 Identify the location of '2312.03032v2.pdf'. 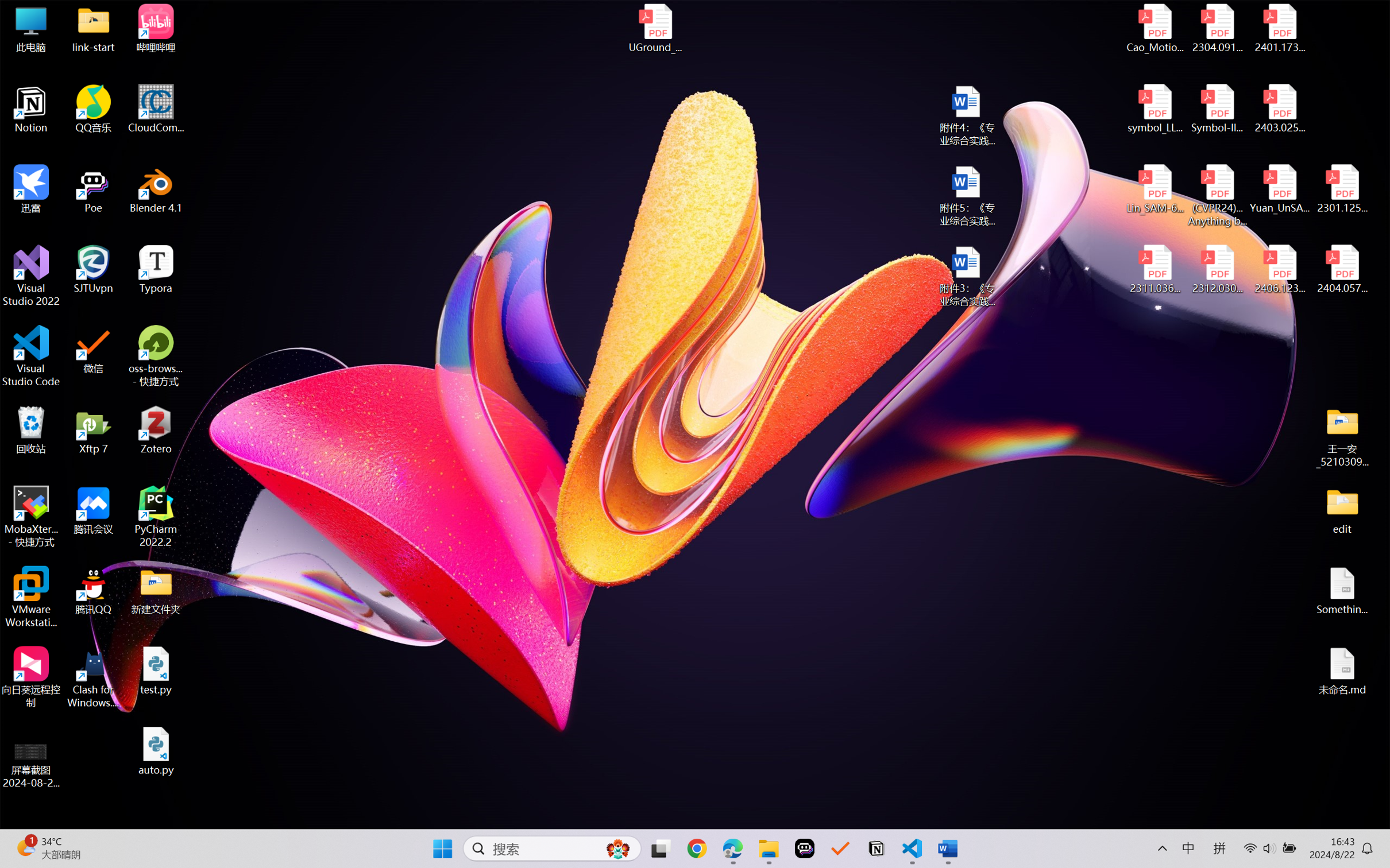
(1217, 269).